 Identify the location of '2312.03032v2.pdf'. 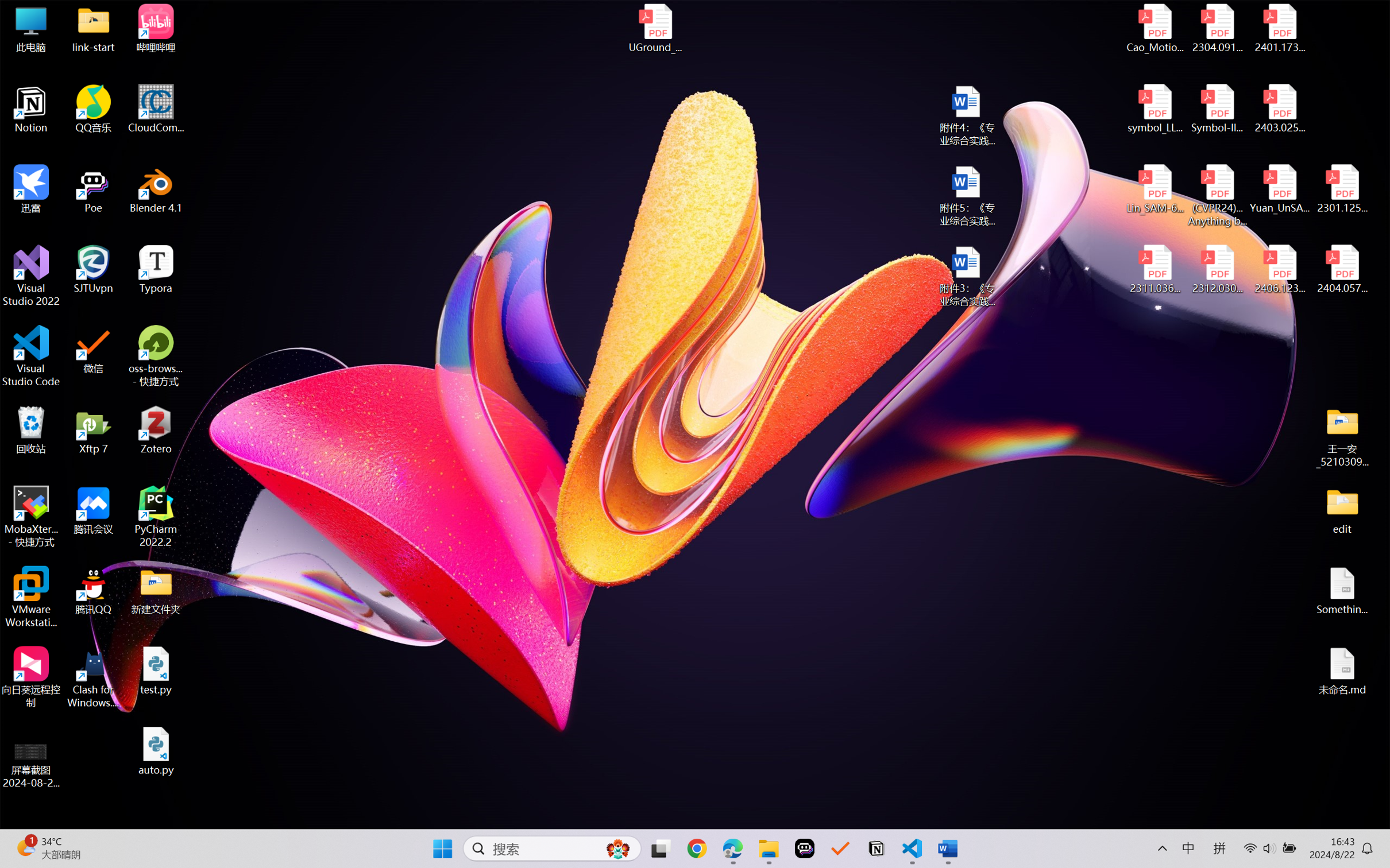
(1217, 269).